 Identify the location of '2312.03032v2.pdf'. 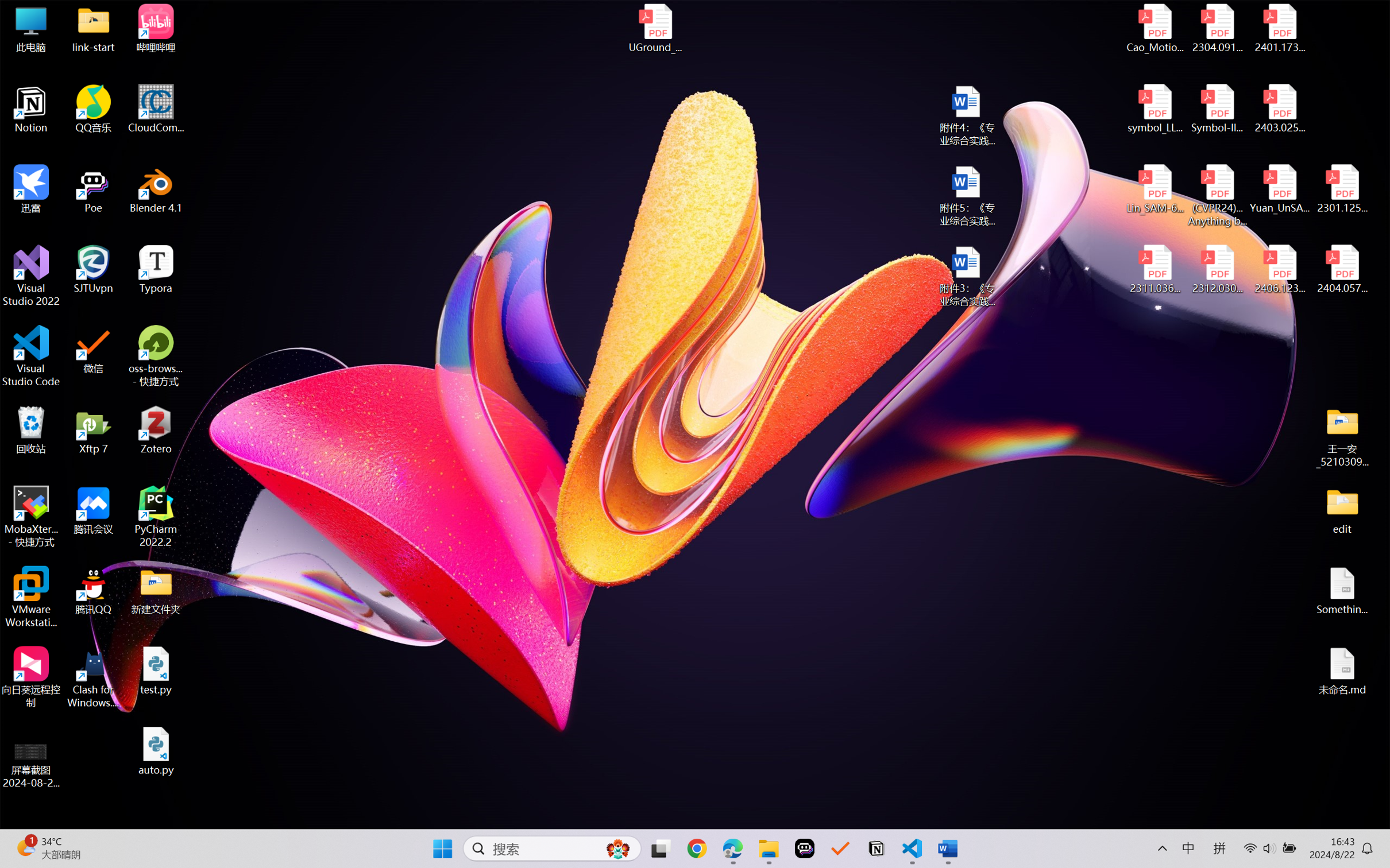
(1217, 269).